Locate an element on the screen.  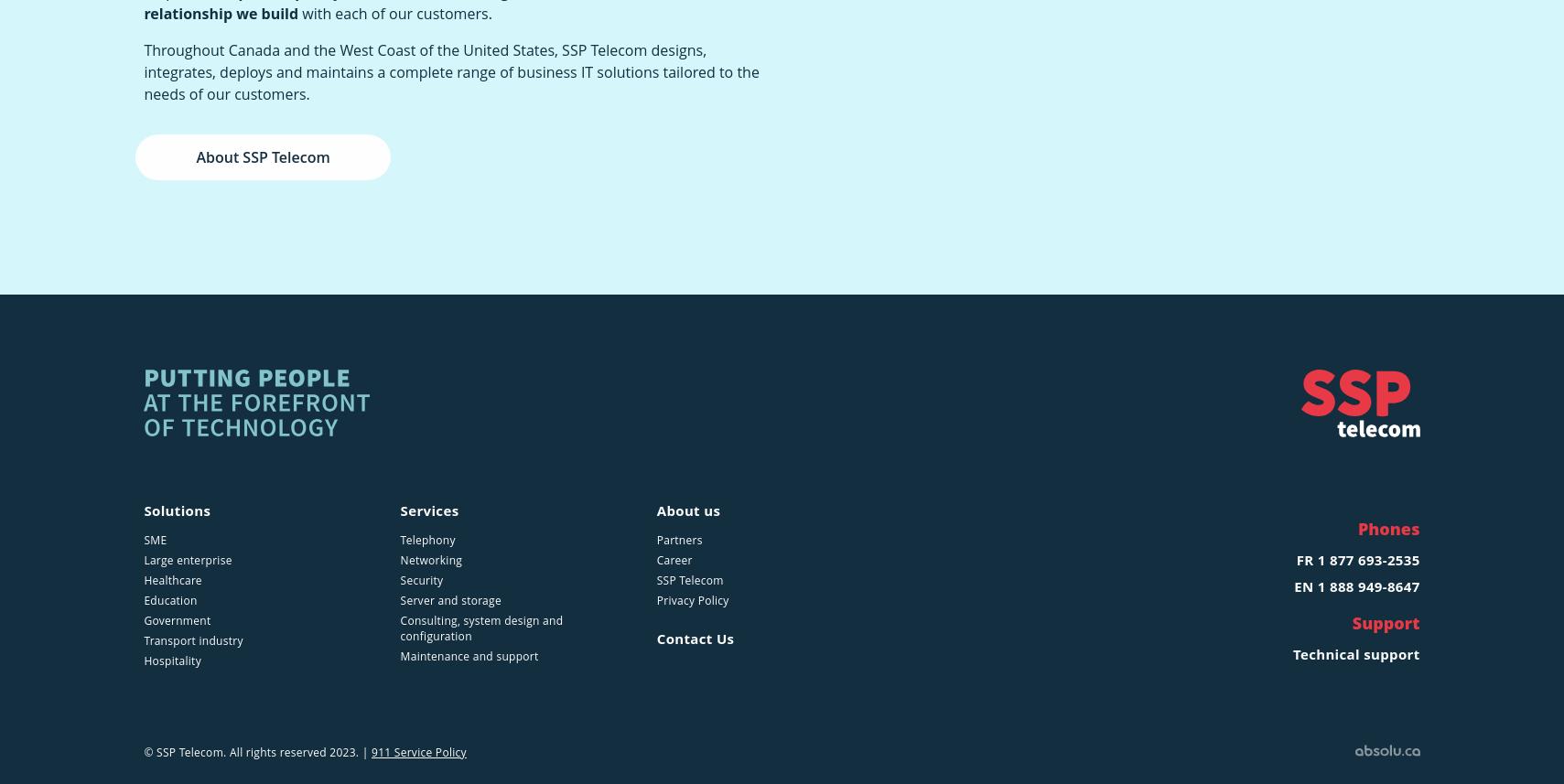
'Networking' is located at coordinates (430, 559).